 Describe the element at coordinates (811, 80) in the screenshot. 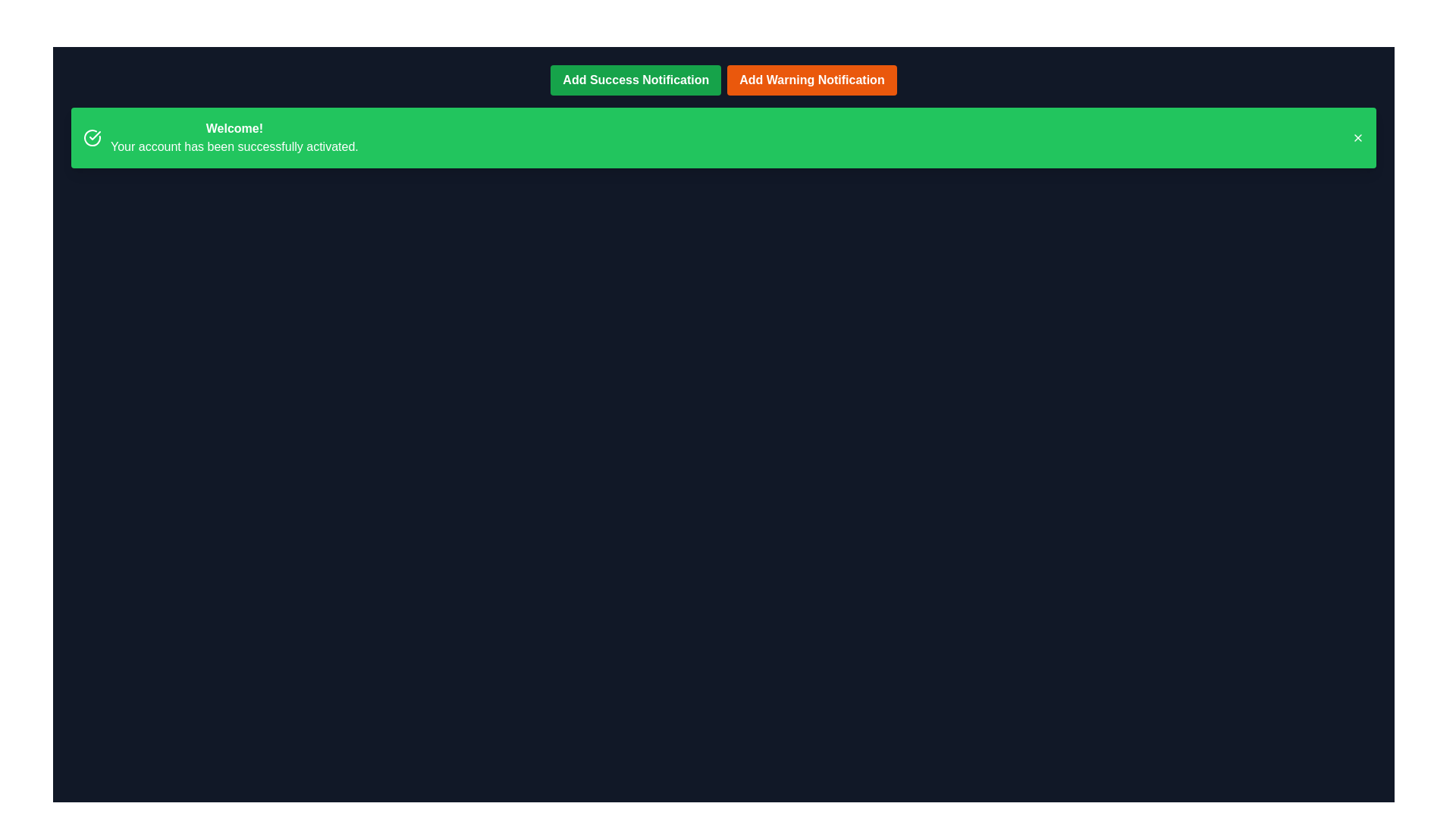

I see `the orange 'Add Warning Notification' button` at that location.